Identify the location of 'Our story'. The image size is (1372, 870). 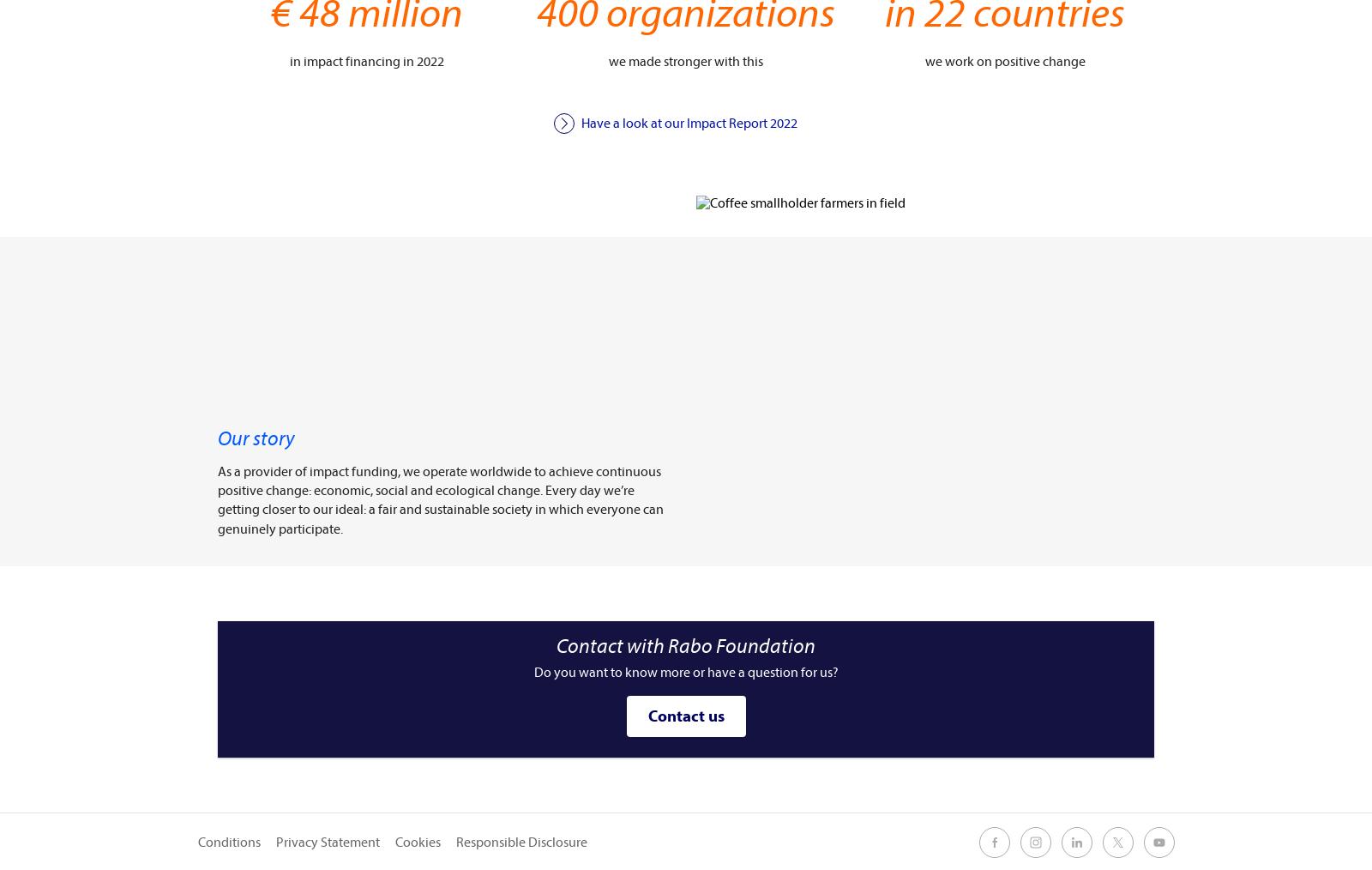
(256, 437).